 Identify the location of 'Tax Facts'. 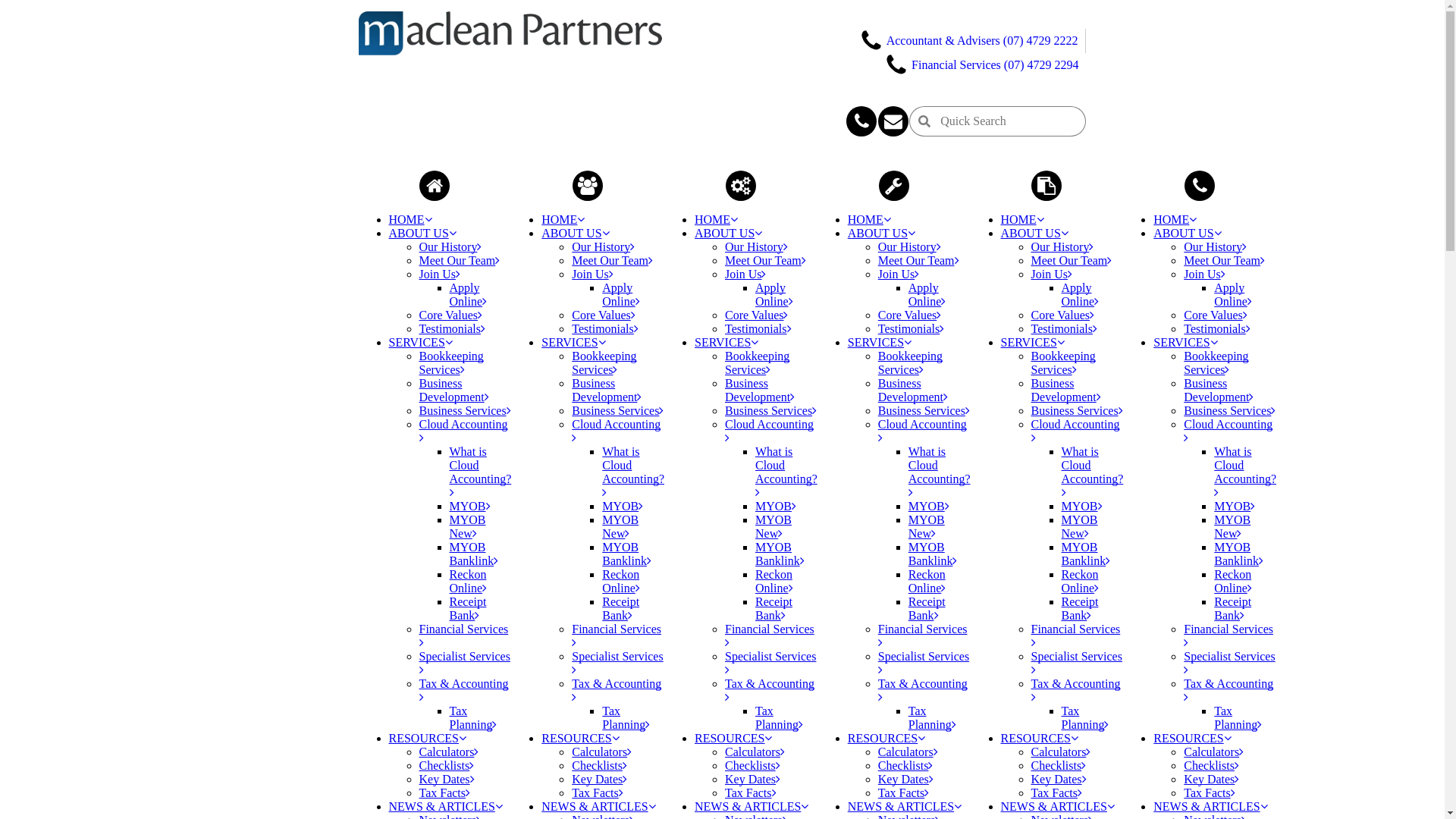
(903, 792).